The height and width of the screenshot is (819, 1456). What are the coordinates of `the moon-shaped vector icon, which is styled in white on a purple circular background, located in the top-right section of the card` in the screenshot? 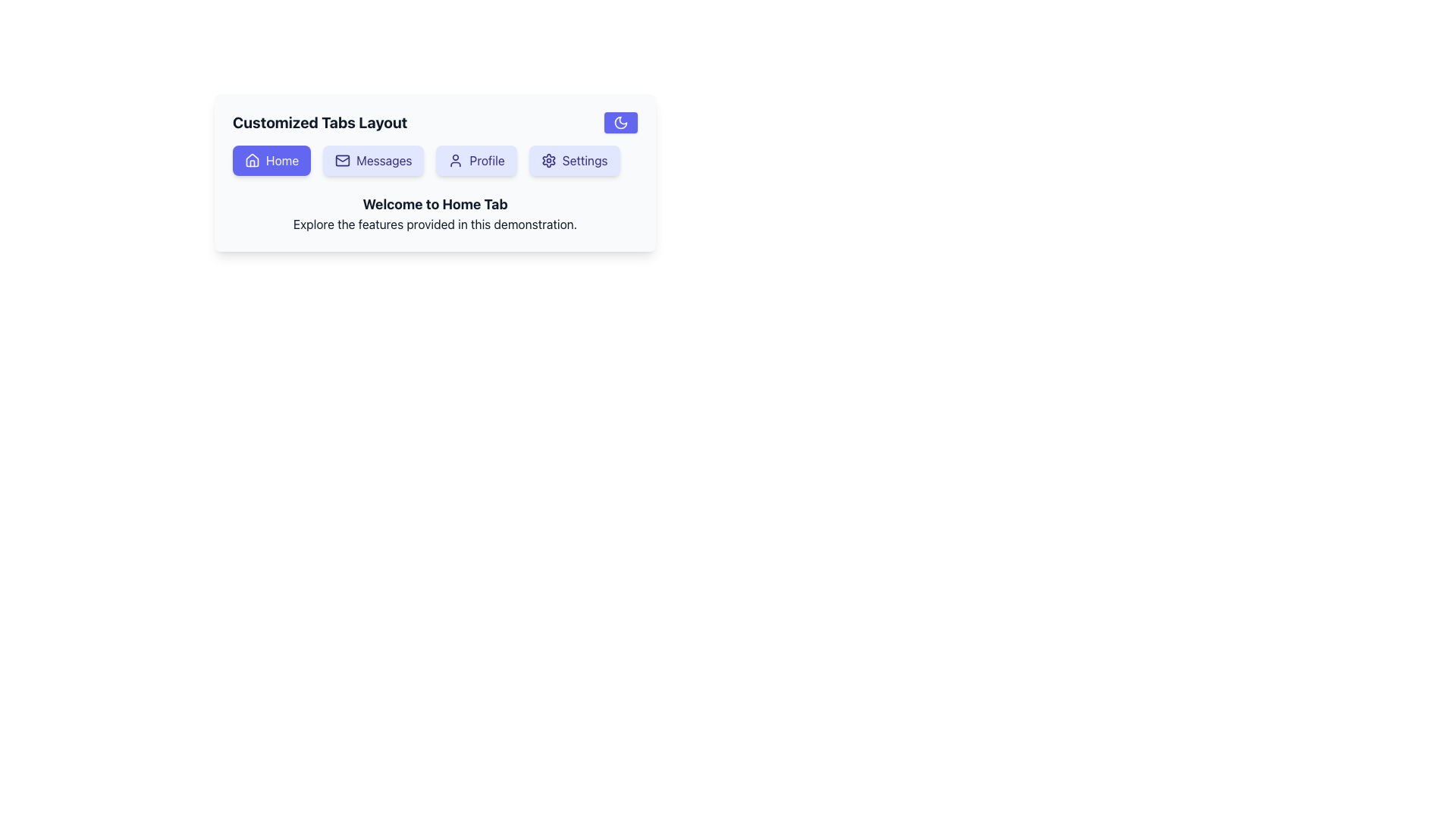 It's located at (621, 122).